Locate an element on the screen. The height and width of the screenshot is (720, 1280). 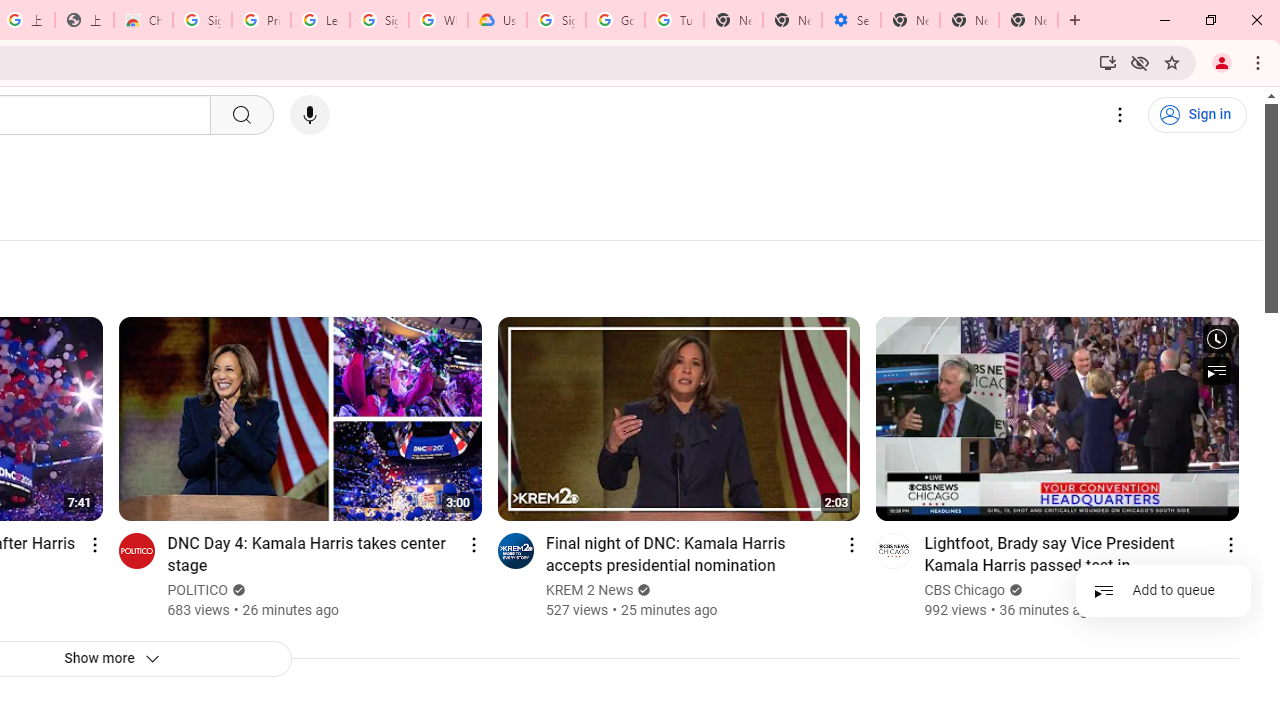
'Google Account Help' is located at coordinates (614, 20).